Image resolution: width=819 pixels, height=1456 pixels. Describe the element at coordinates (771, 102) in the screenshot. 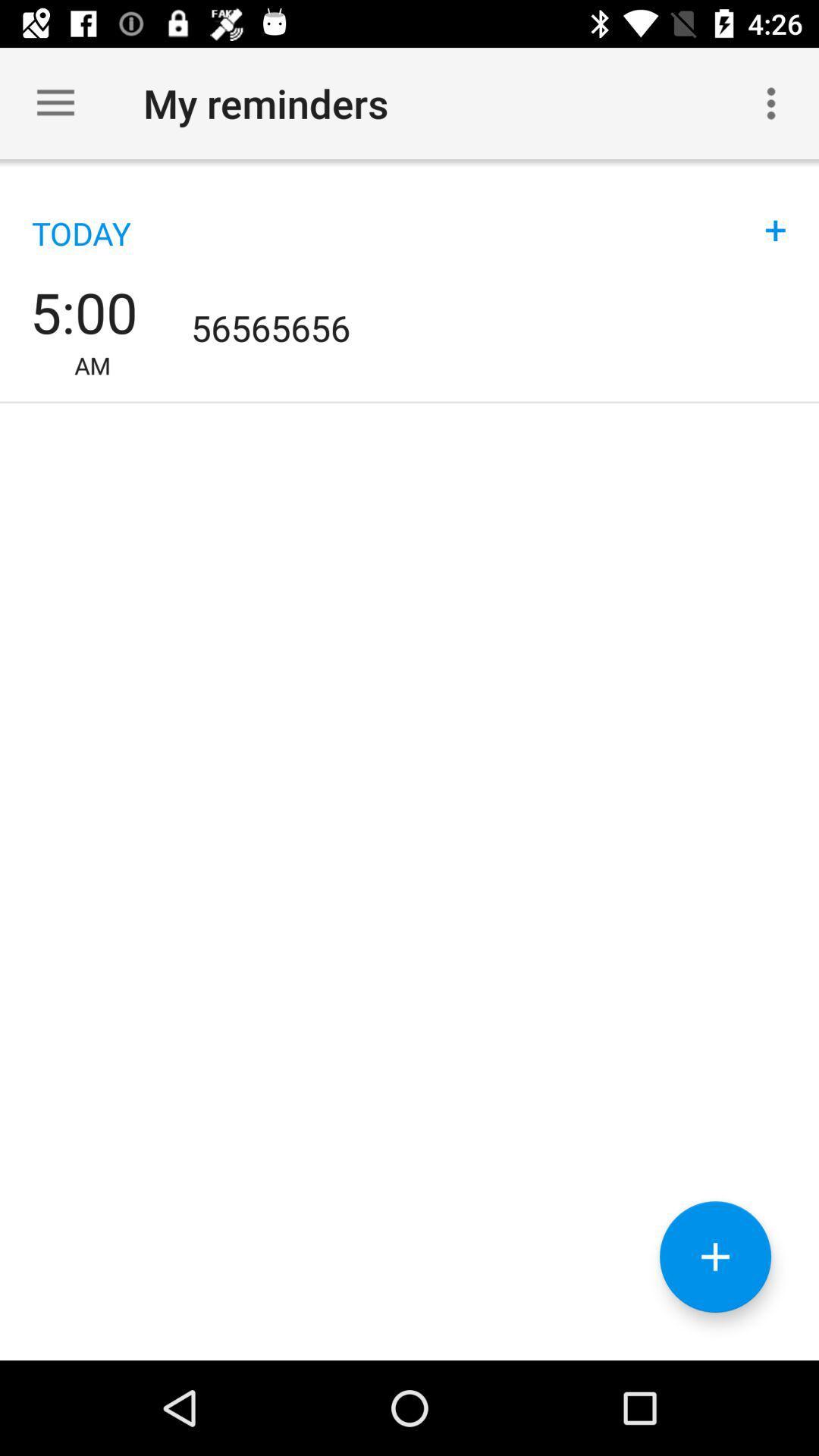

I see `the icon to the right of my reminders item` at that location.